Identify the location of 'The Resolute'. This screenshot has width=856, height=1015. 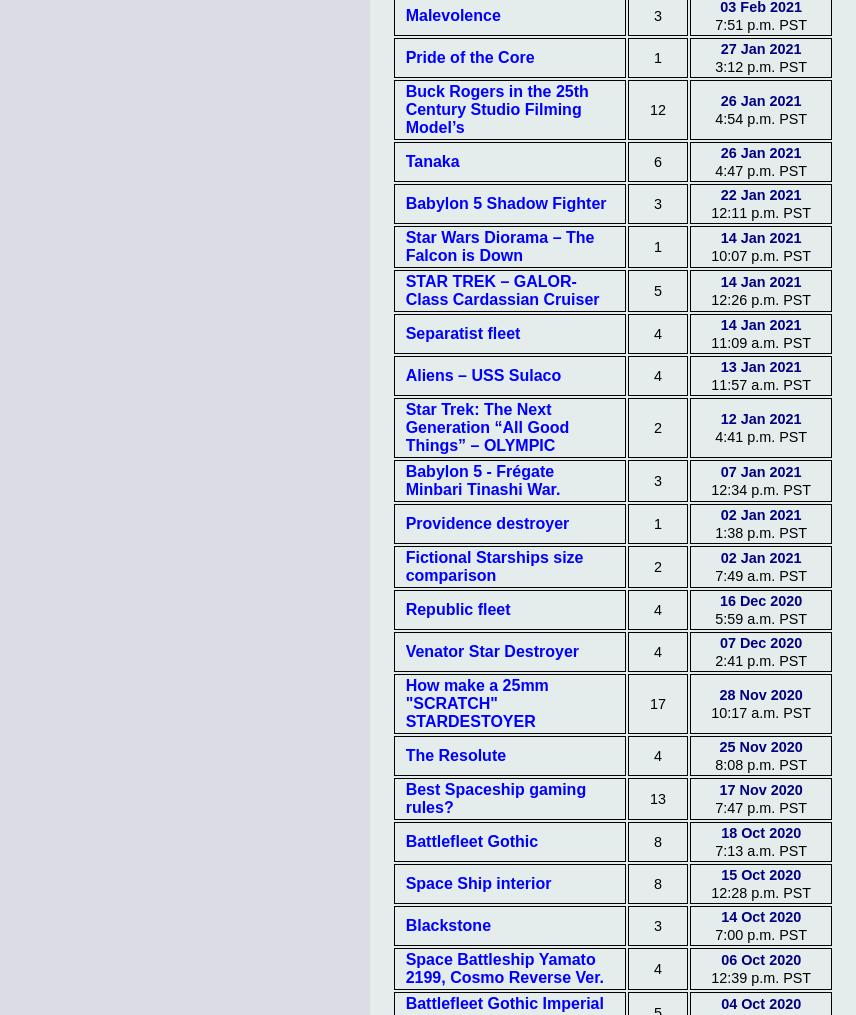
(455, 754).